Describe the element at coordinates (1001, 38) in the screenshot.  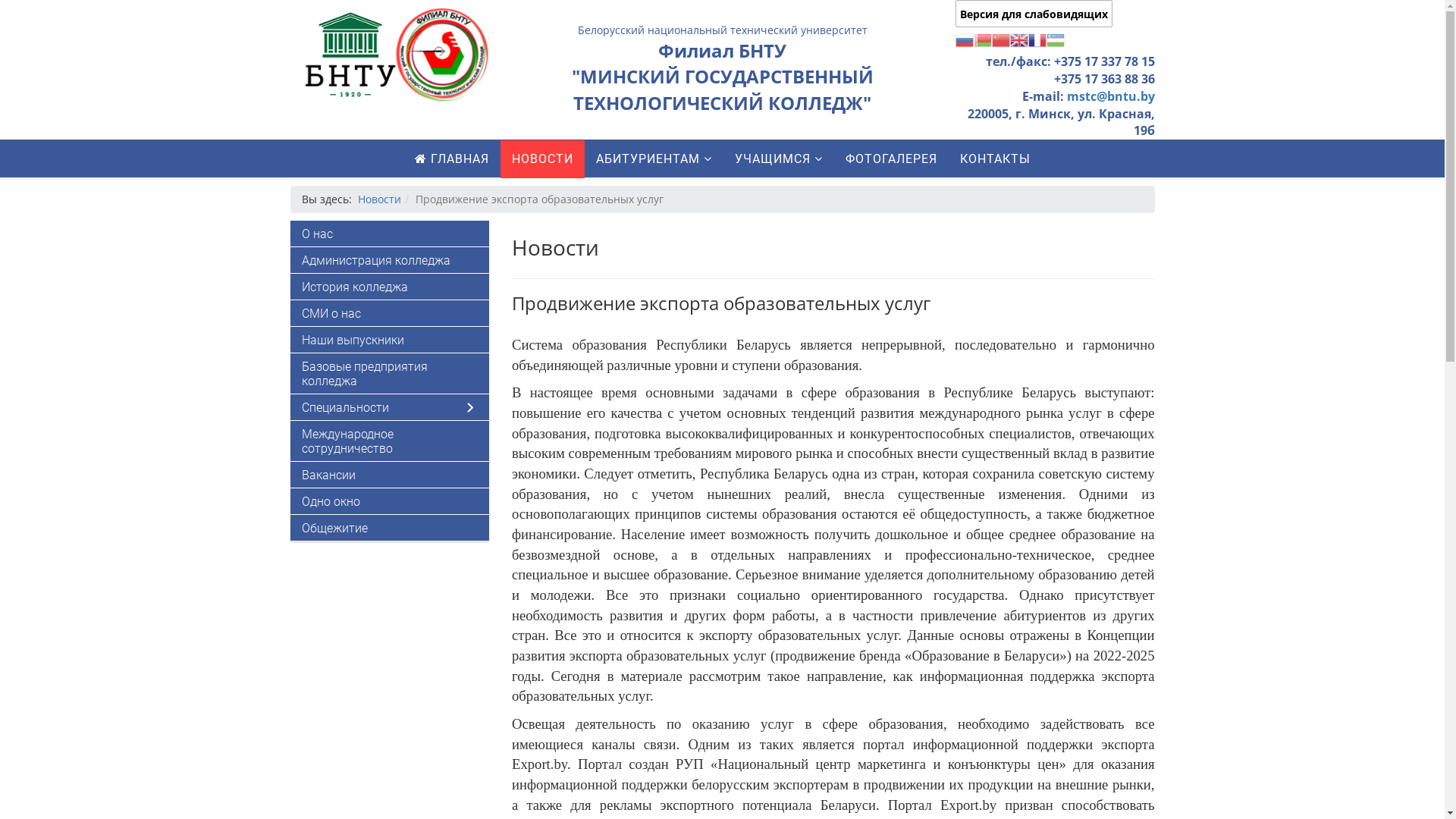
I see `'Chinese (Simplified)'` at that location.